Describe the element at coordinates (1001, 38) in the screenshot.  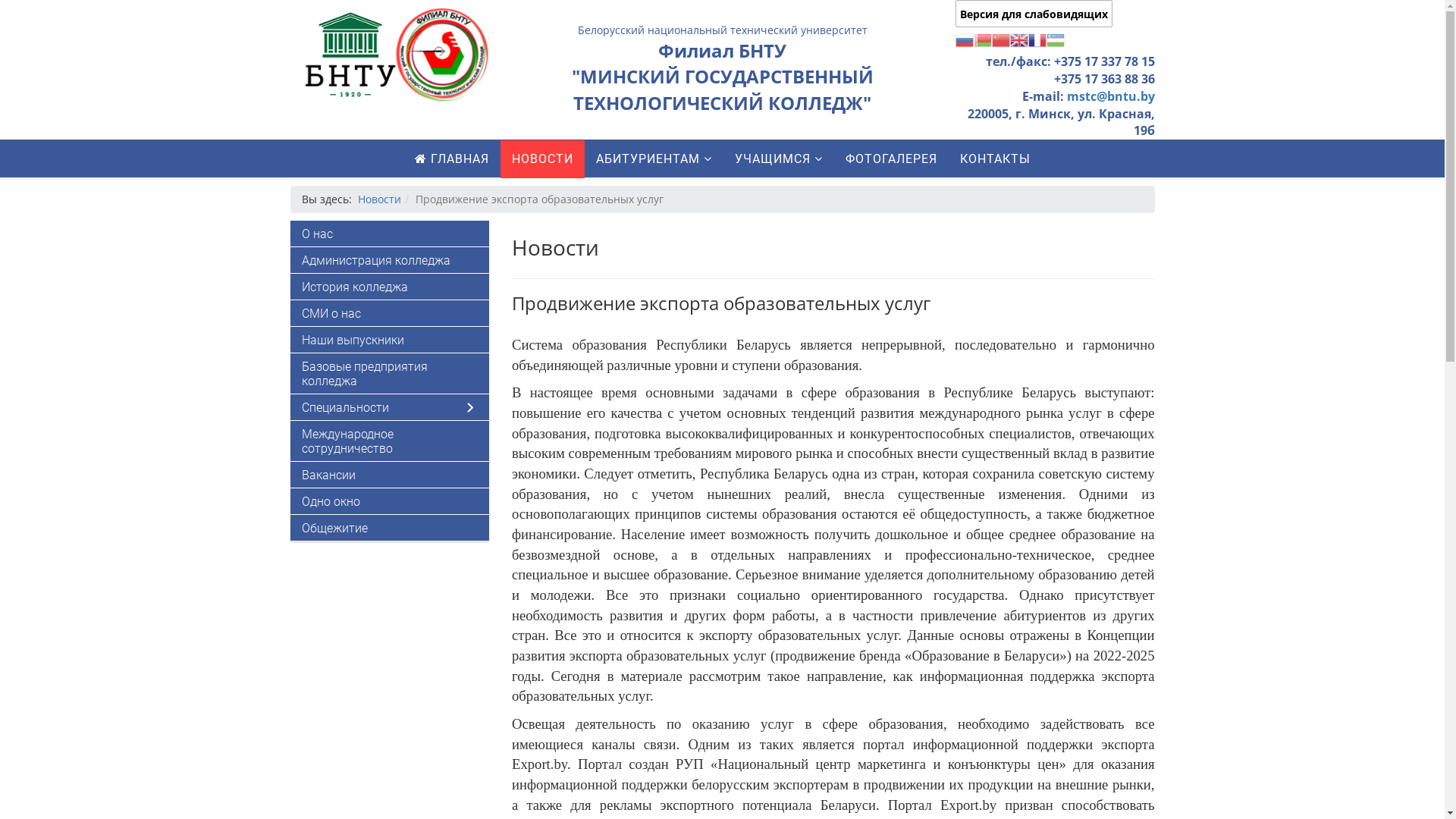
I see `'Chinese (Simplified)'` at that location.